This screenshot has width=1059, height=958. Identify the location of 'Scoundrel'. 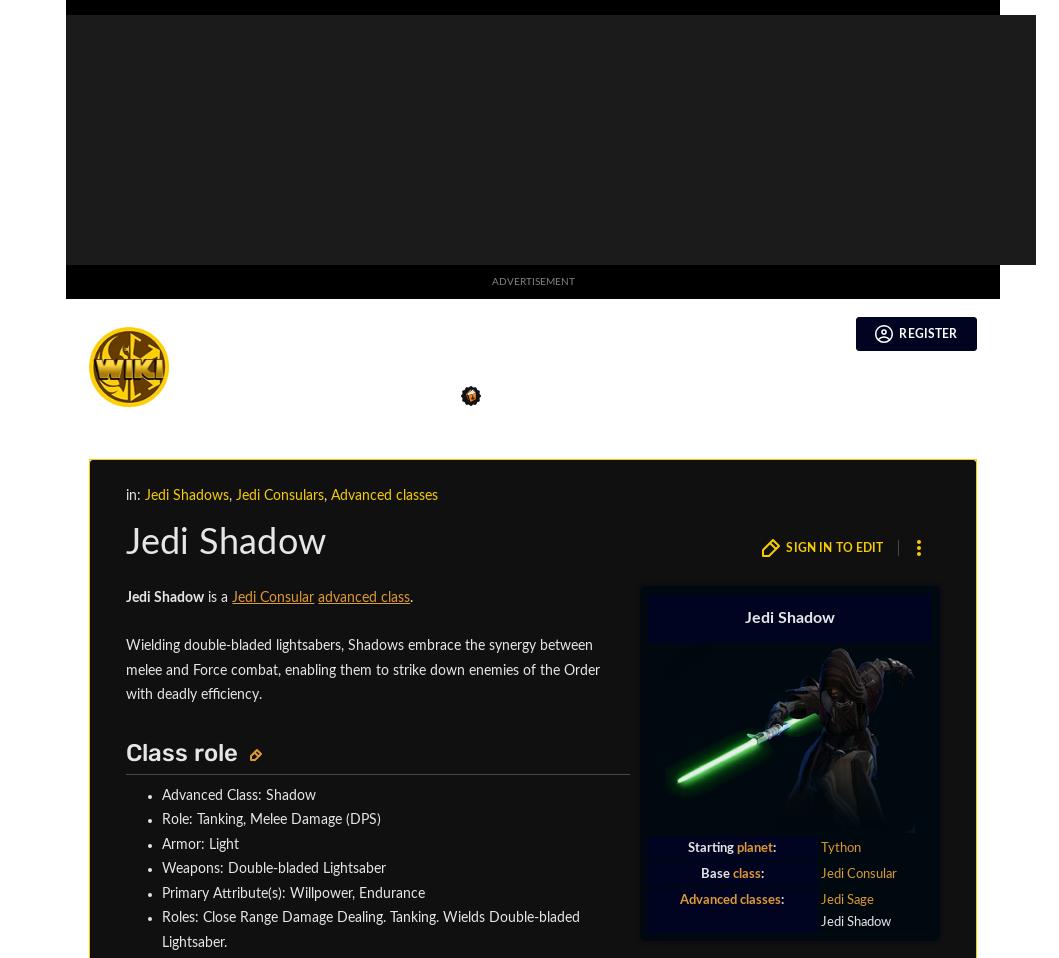
(302, 167).